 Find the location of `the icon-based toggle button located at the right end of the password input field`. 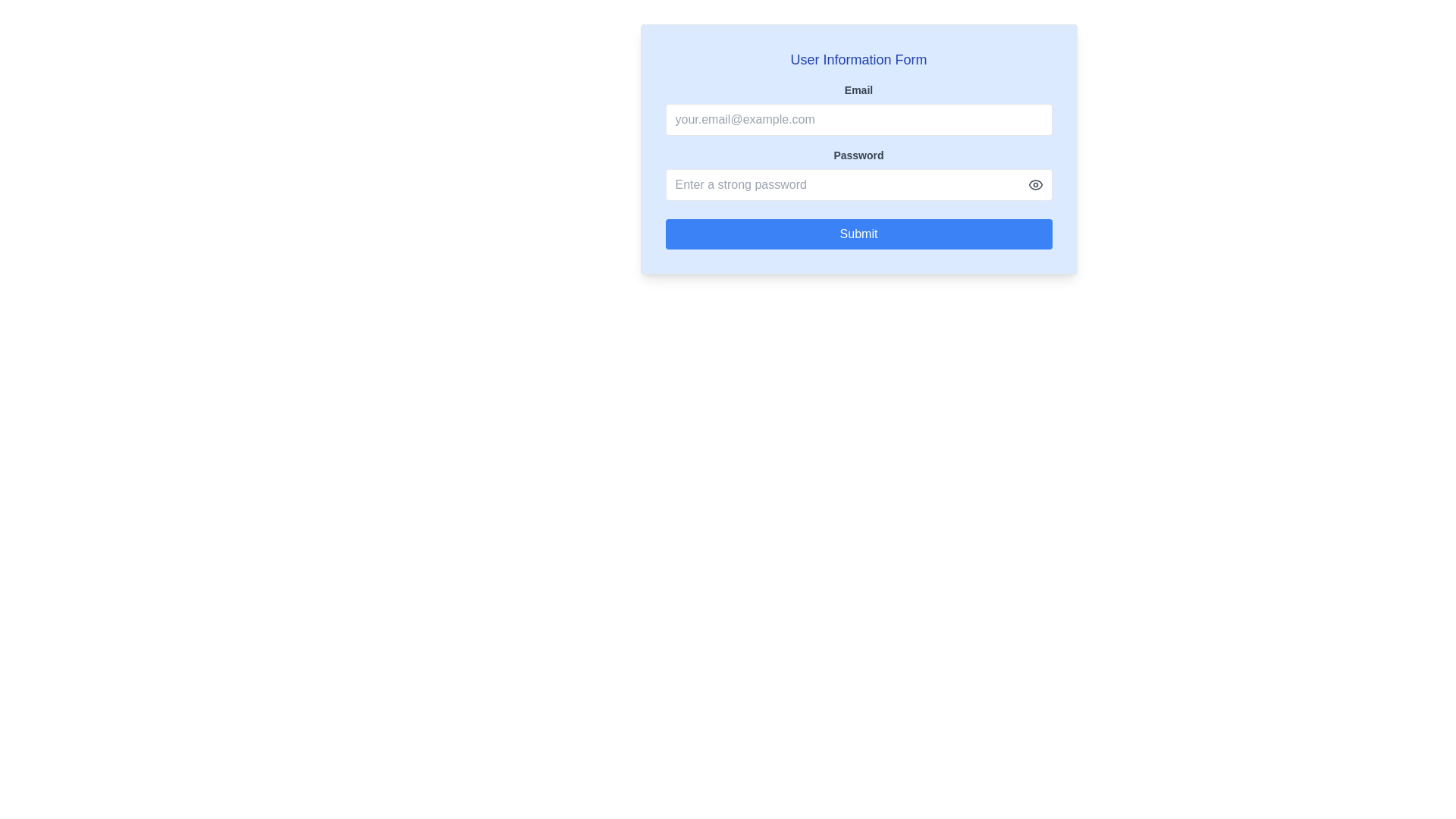

the icon-based toggle button located at the right end of the password input field is located at coordinates (1034, 184).